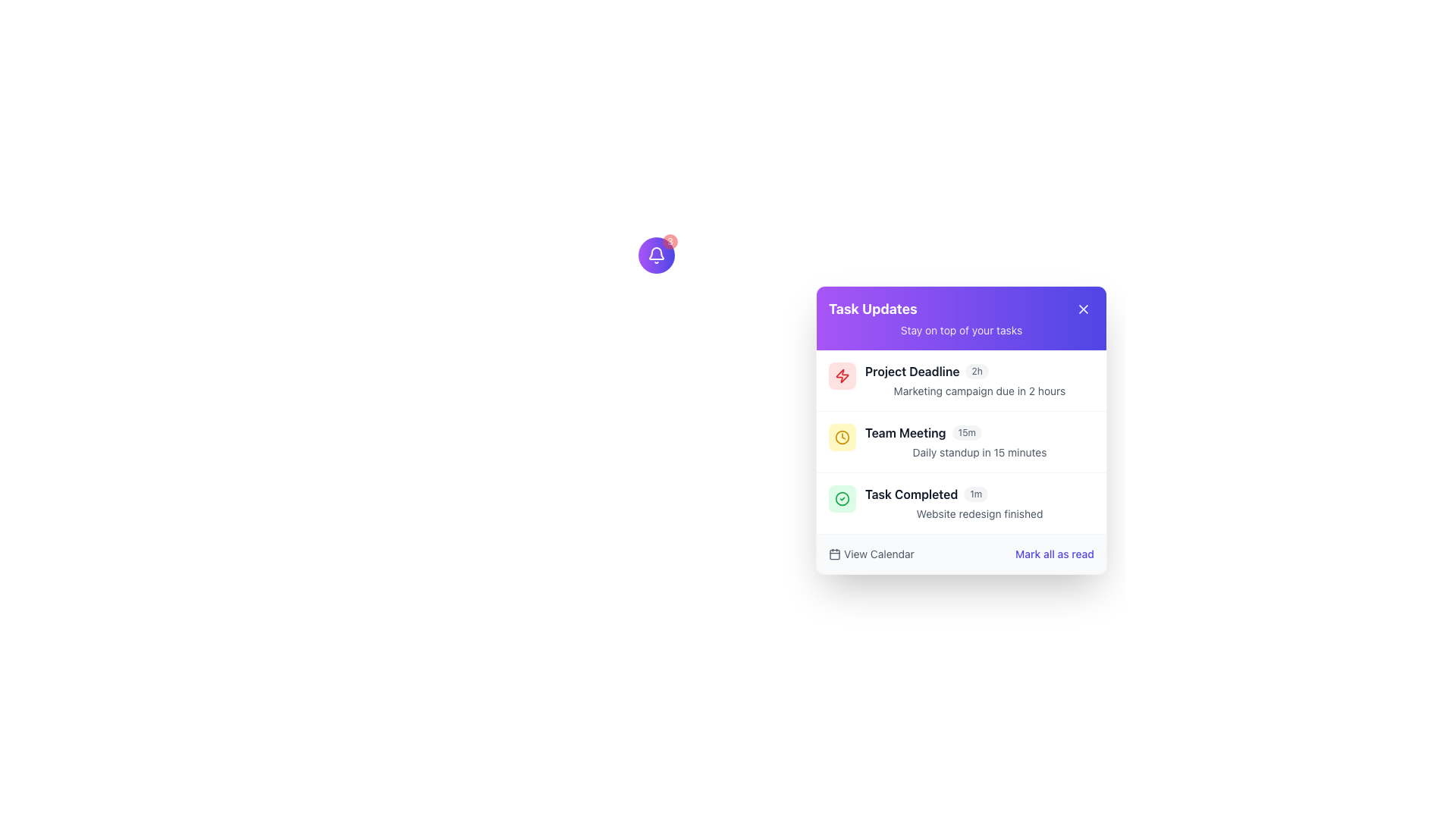 Image resolution: width=1456 pixels, height=819 pixels. I want to click on the informational list item displaying a yellow-highlighted clock icon, bold text 'Team Meeting', and a gray label '15m', located within the 'Task Updates' widget, so click(960, 441).